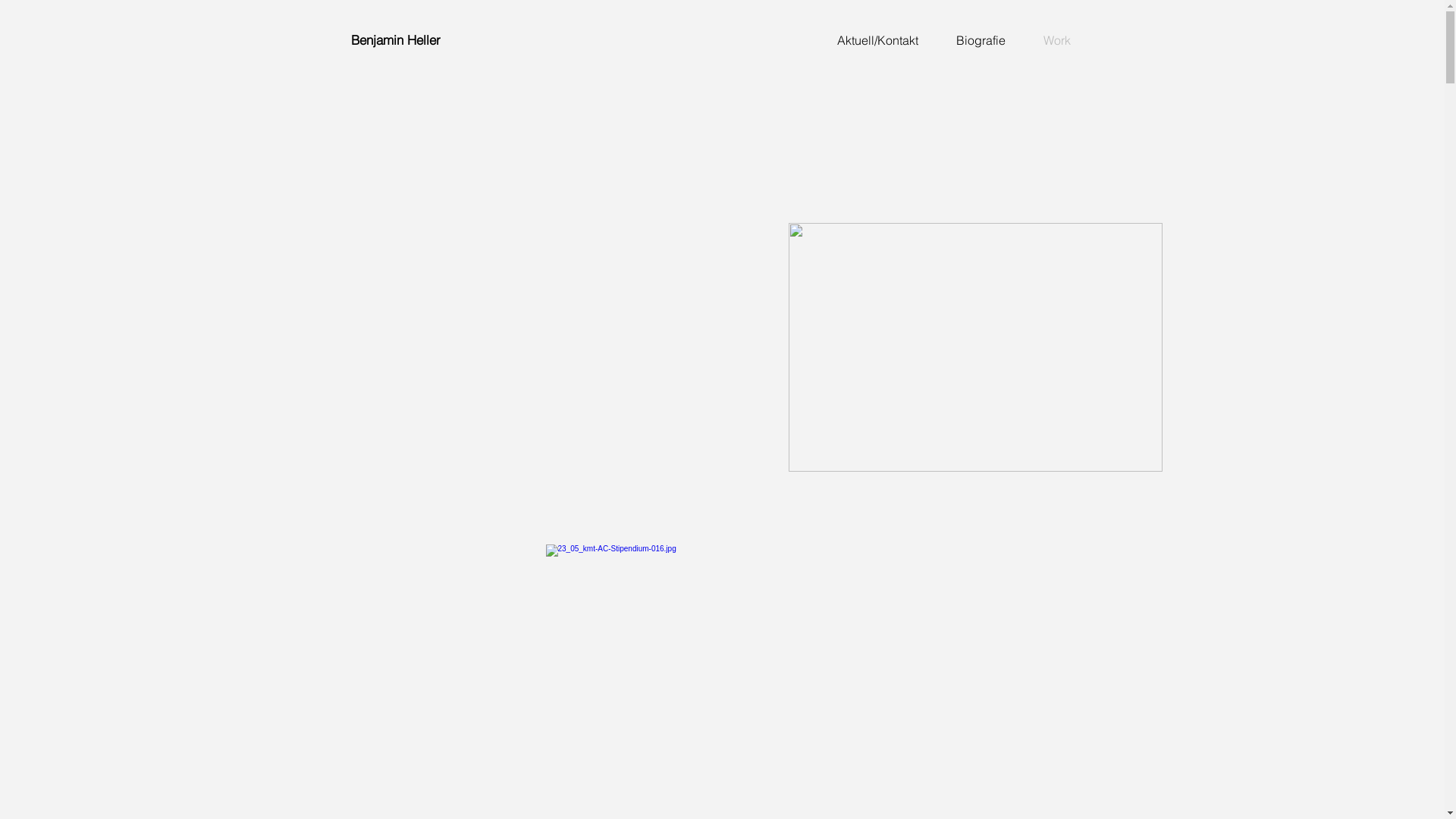 This screenshot has height=819, width=1456. I want to click on 'Tankstelle_Prod_1_025.jpg', so click(975, 347).